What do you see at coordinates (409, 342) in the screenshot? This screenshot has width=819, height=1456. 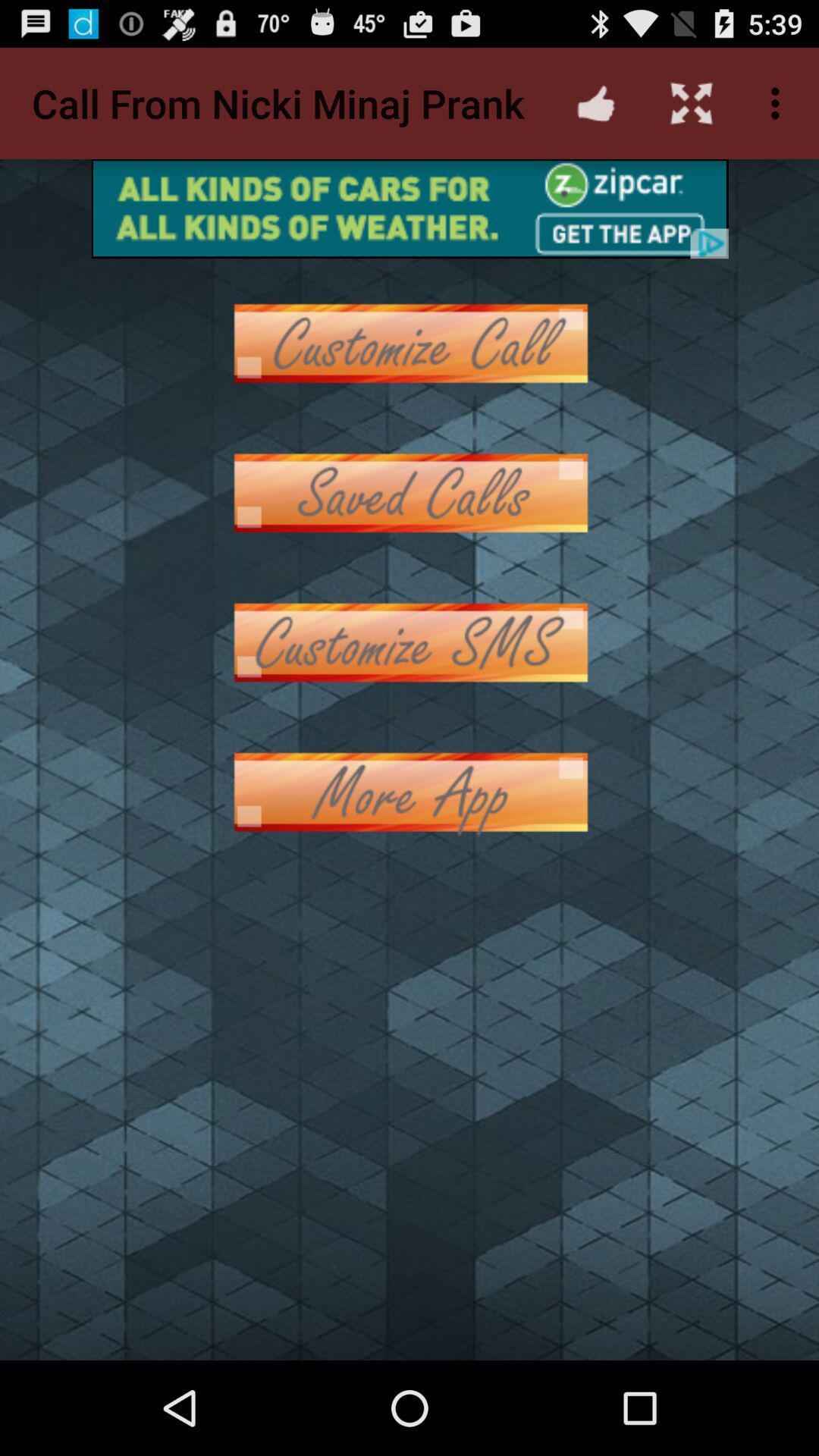 I see `customize call option` at bounding box center [409, 342].